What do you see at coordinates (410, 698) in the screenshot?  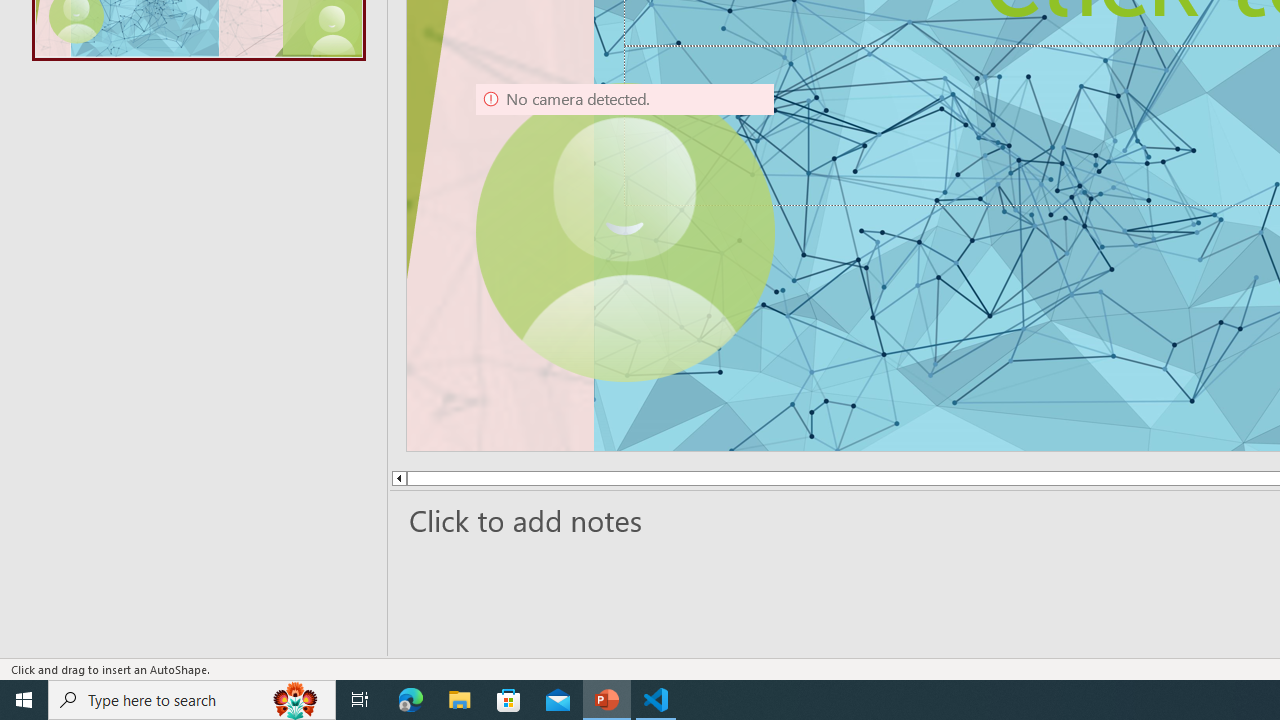 I see `'Microsoft Edge'` at bounding box center [410, 698].